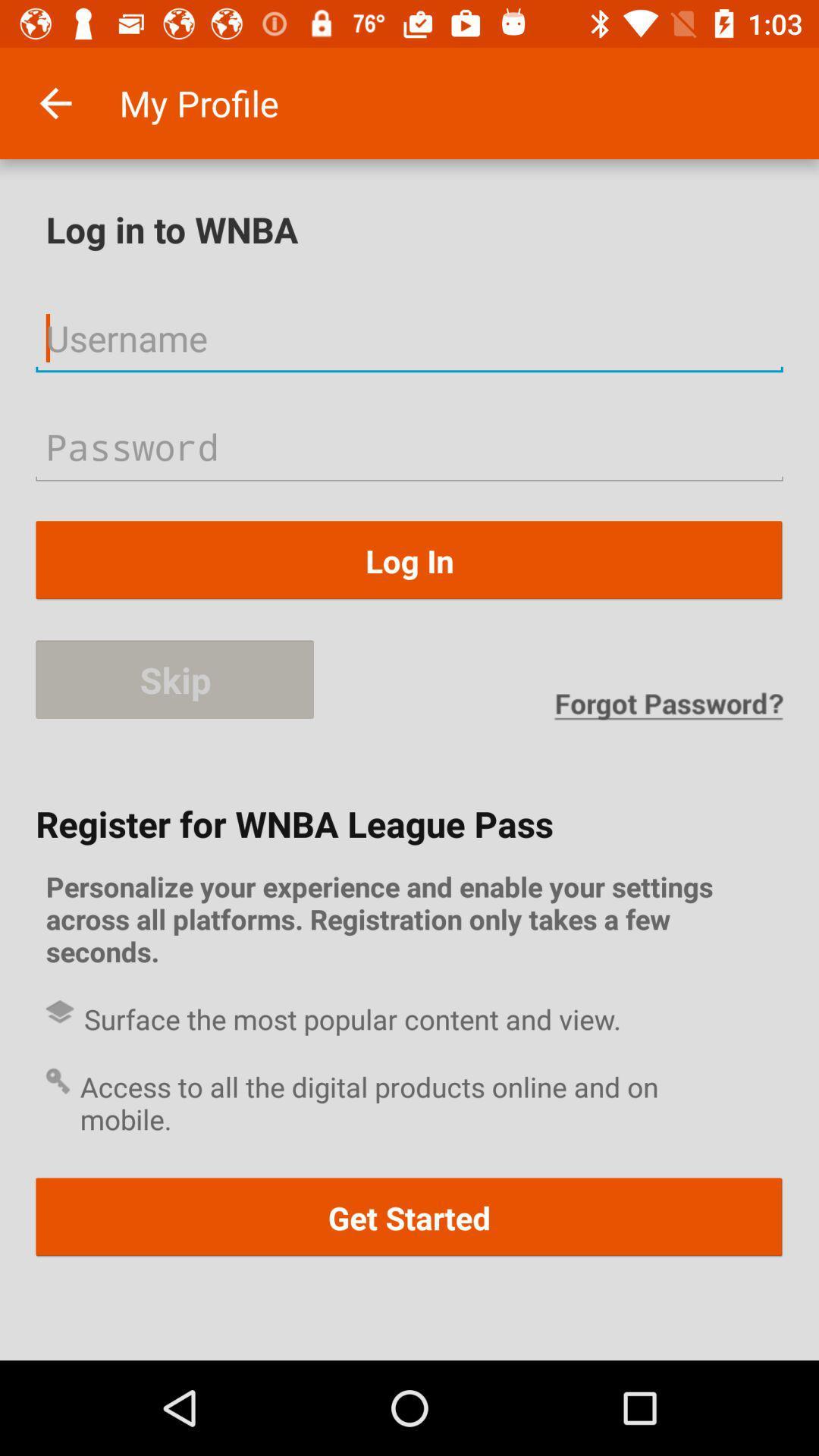 This screenshot has width=819, height=1456. What do you see at coordinates (409, 337) in the screenshot?
I see `because back devicer` at bounding box center [409, 337].